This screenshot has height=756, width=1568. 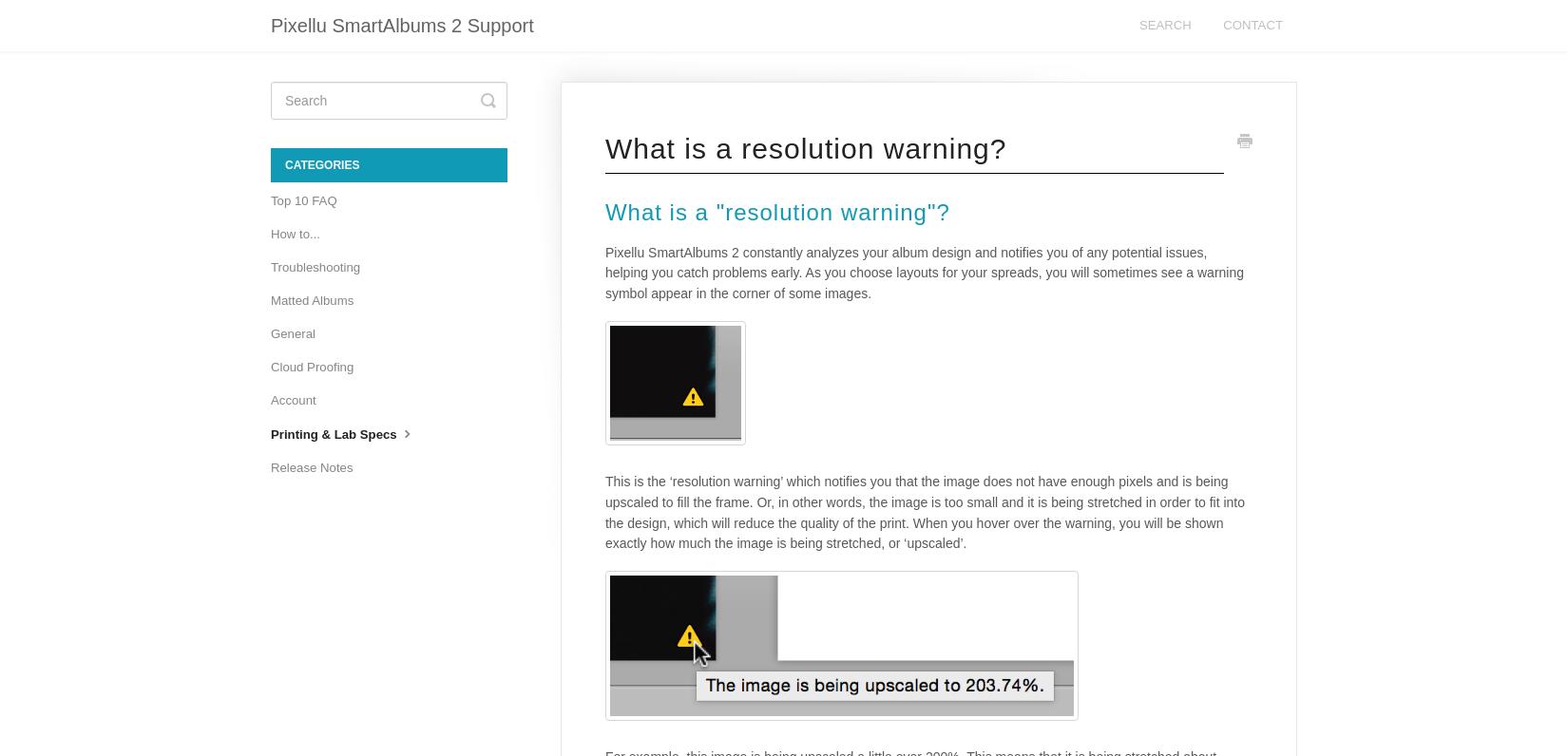 What do you see at coordinates (312, 300) in the screenshot?
I see `'Matted Albums'` at bounding box center [312, 300].